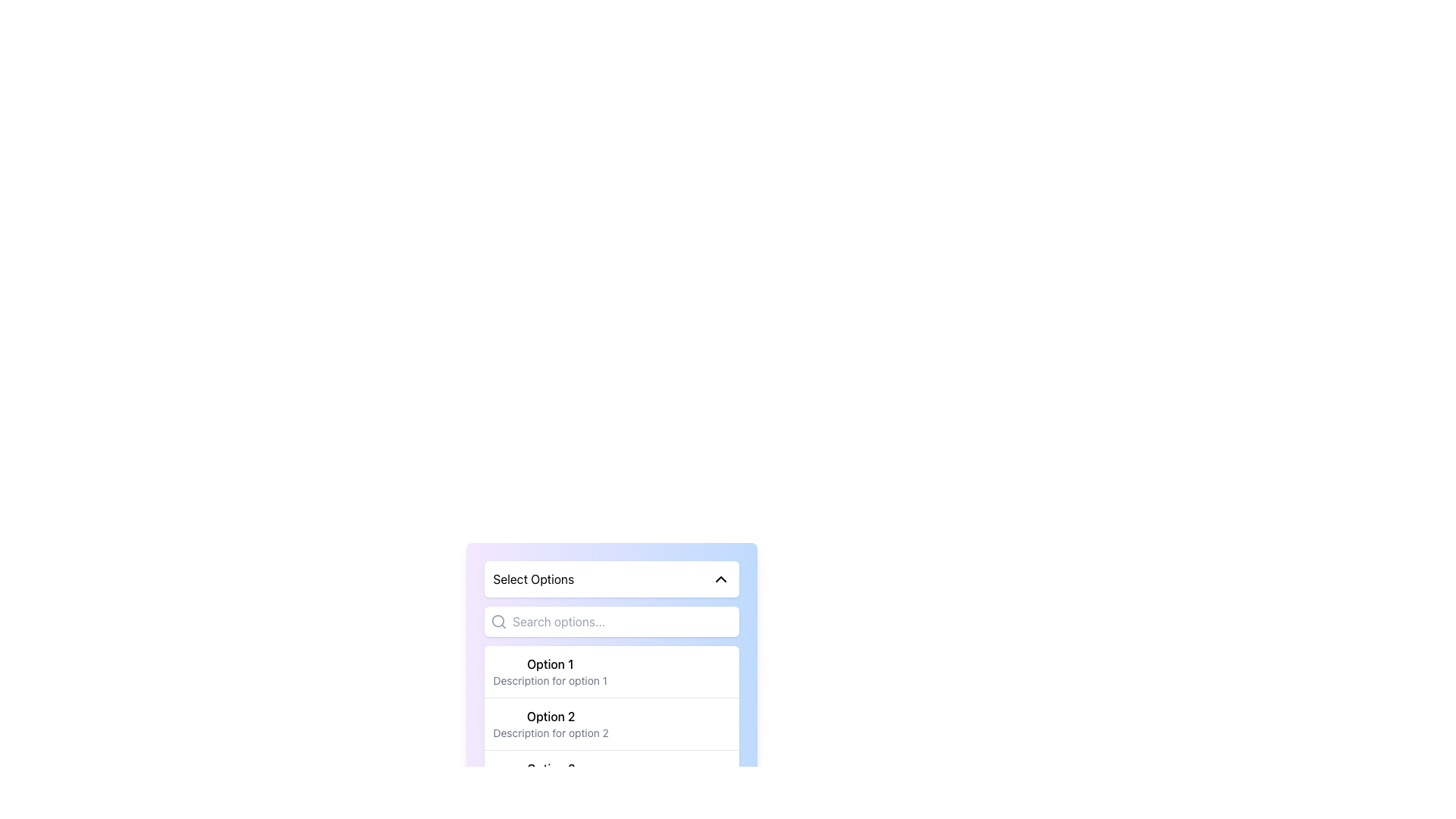 This screenshot has height=819, width=1456. I want to click on the second item in the vertically stacked list of selectable options, so click(550, 723).